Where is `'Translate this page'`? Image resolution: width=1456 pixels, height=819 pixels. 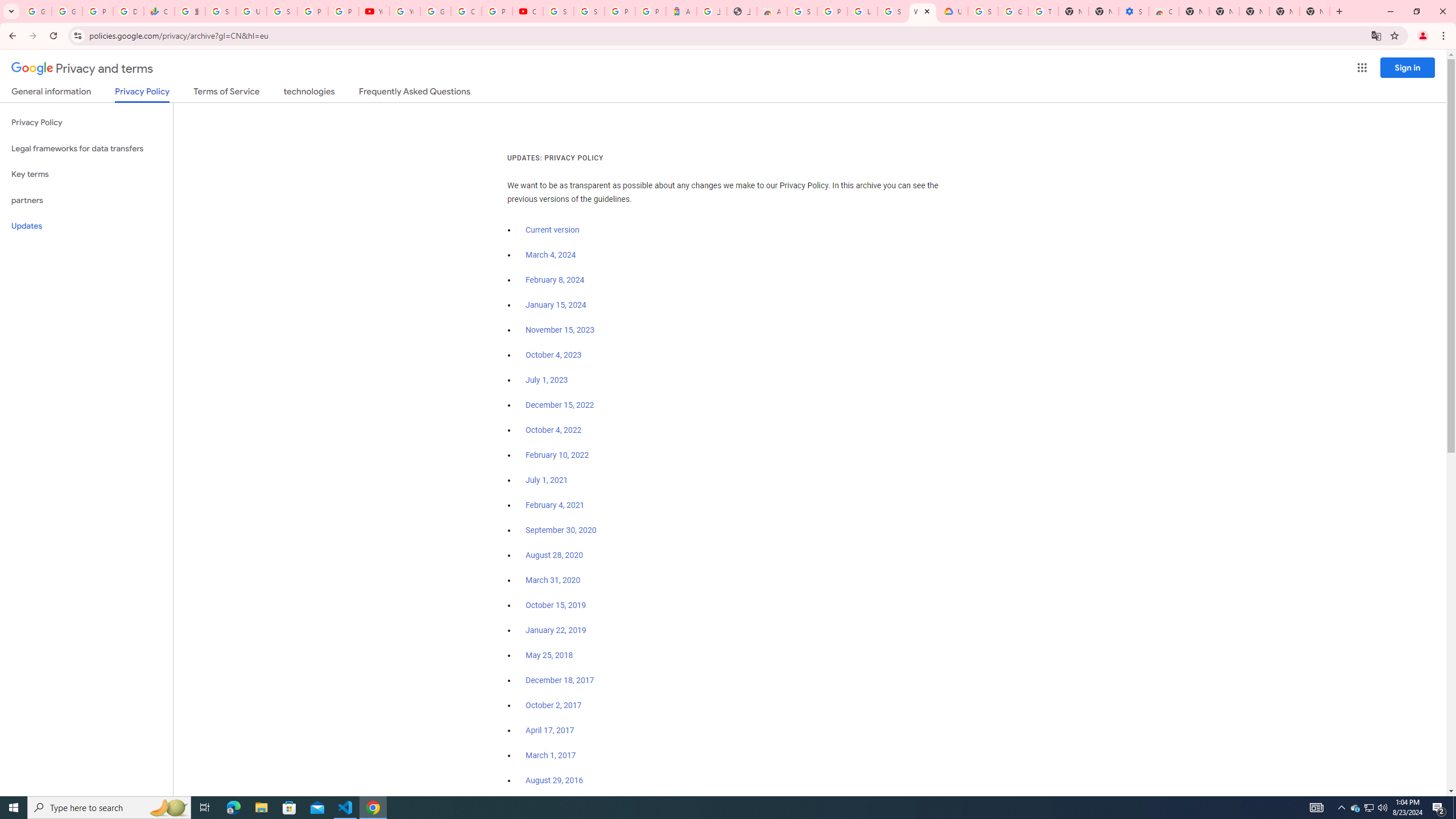
'Translate this page' is located at coordinates (1376, 35).